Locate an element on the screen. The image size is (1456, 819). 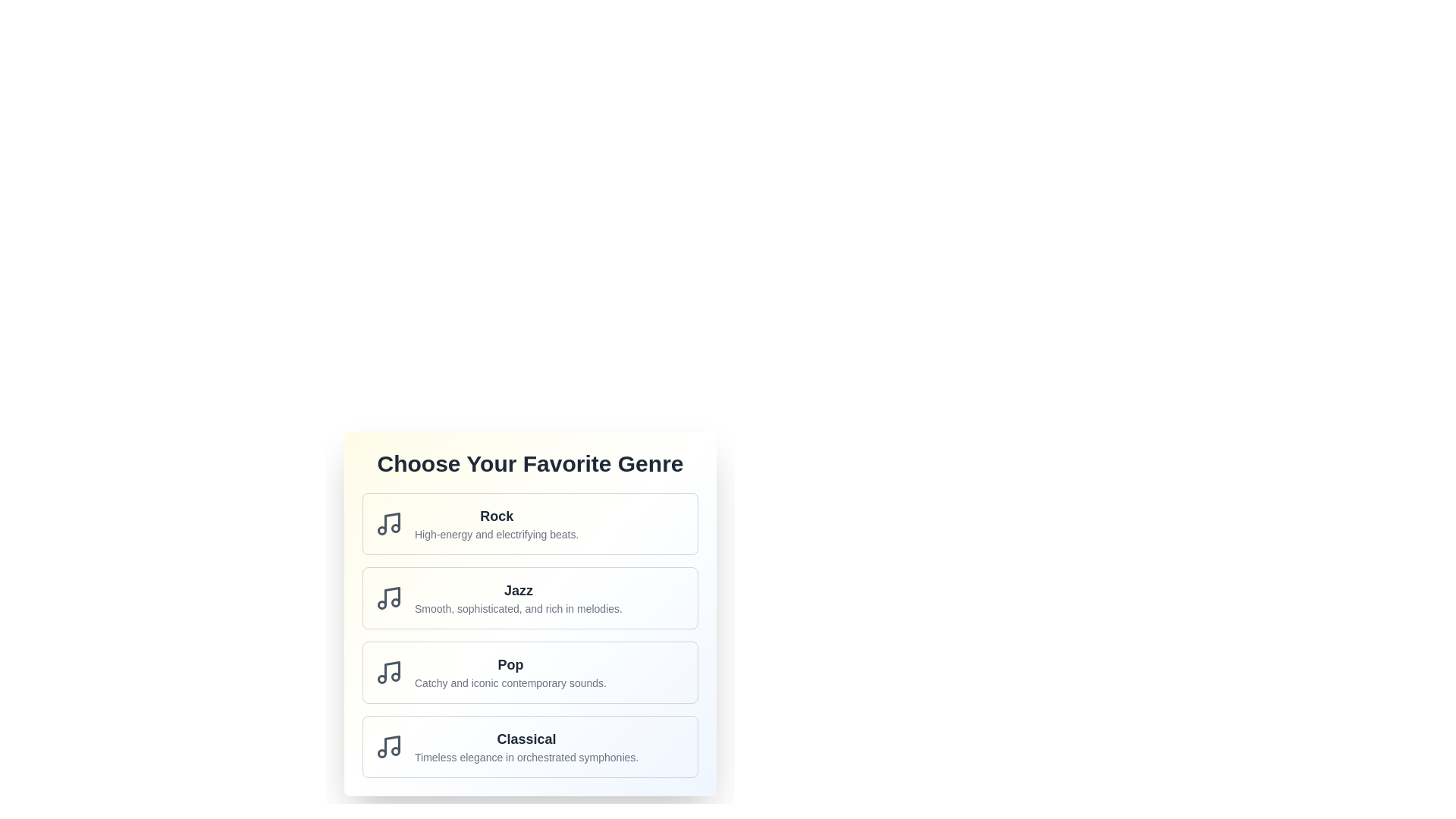
the descriptive text element providing additional information about the 'Jazz' music genre, which is located immediately below the 'Jazz' title text is located at coordinates (518, 607).